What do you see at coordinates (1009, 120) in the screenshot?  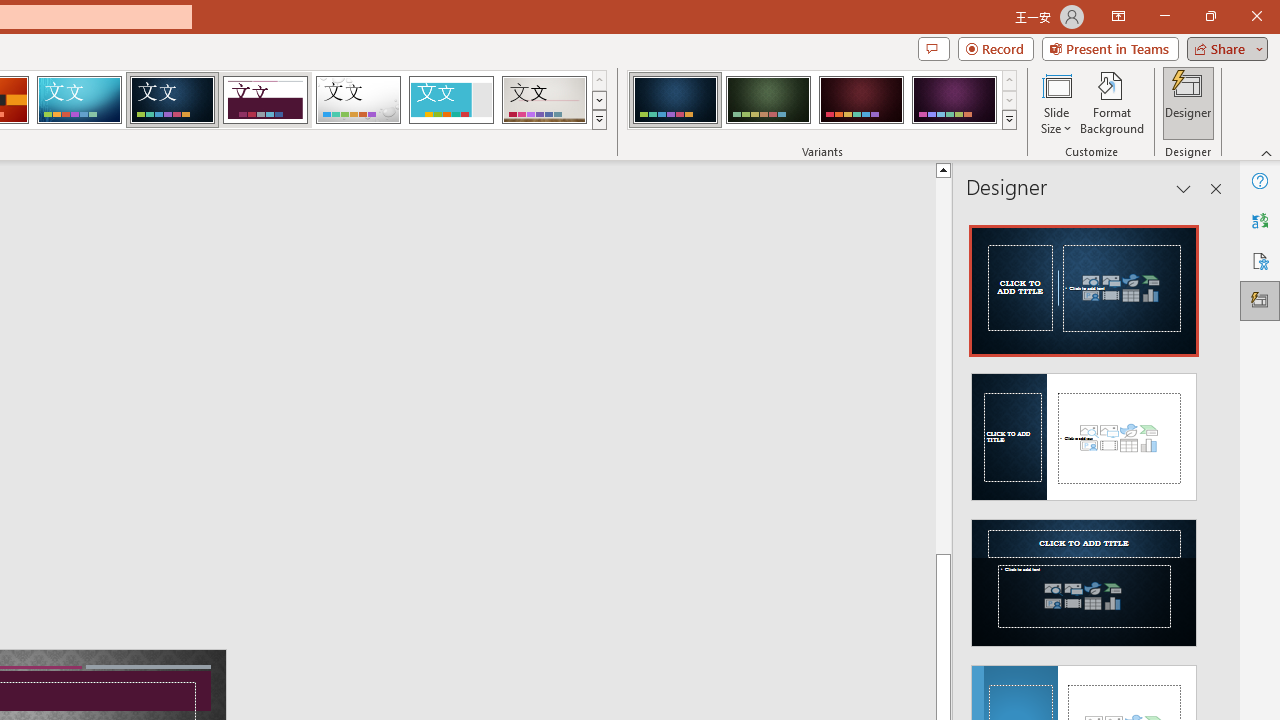 I see `'Variants'` at bounding box center [1009, 120].